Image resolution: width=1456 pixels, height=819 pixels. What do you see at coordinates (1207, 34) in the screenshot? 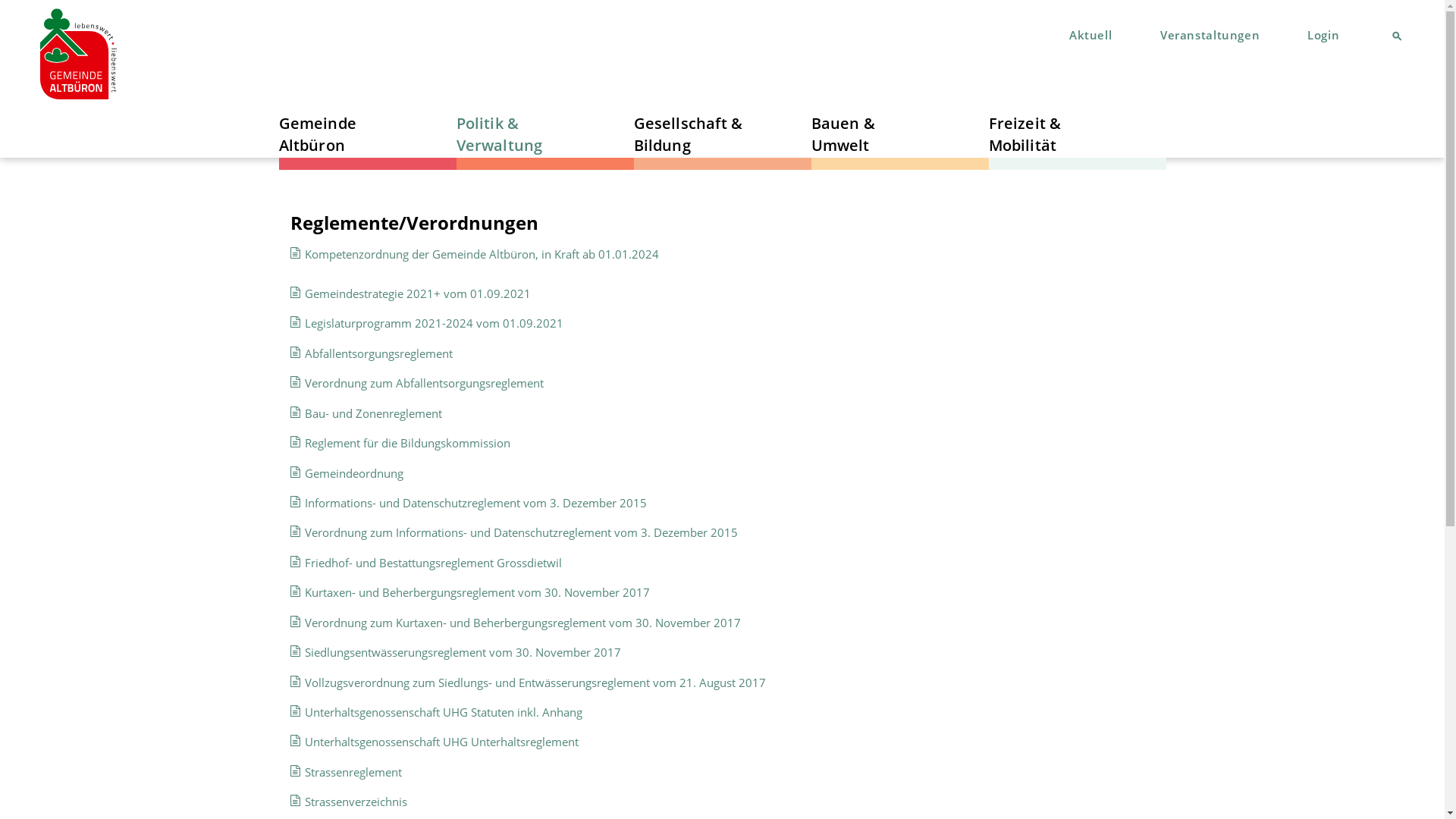
I see `'Veranstaltungen'` at bounding box center [1207, 34].